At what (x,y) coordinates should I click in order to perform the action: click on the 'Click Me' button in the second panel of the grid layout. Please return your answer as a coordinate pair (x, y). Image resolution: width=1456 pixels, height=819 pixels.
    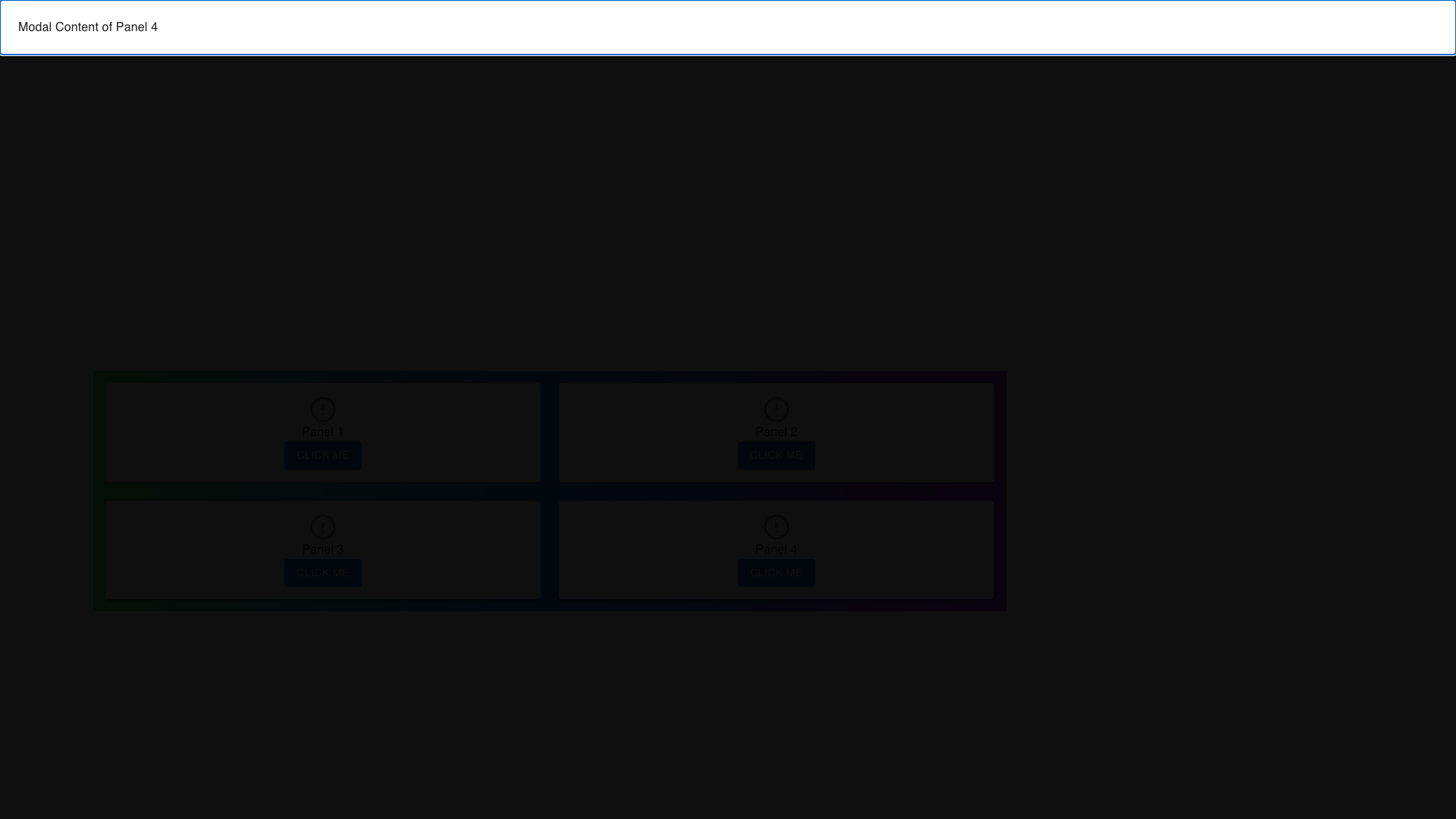
    Looking at the image, I should click on (776, 432).